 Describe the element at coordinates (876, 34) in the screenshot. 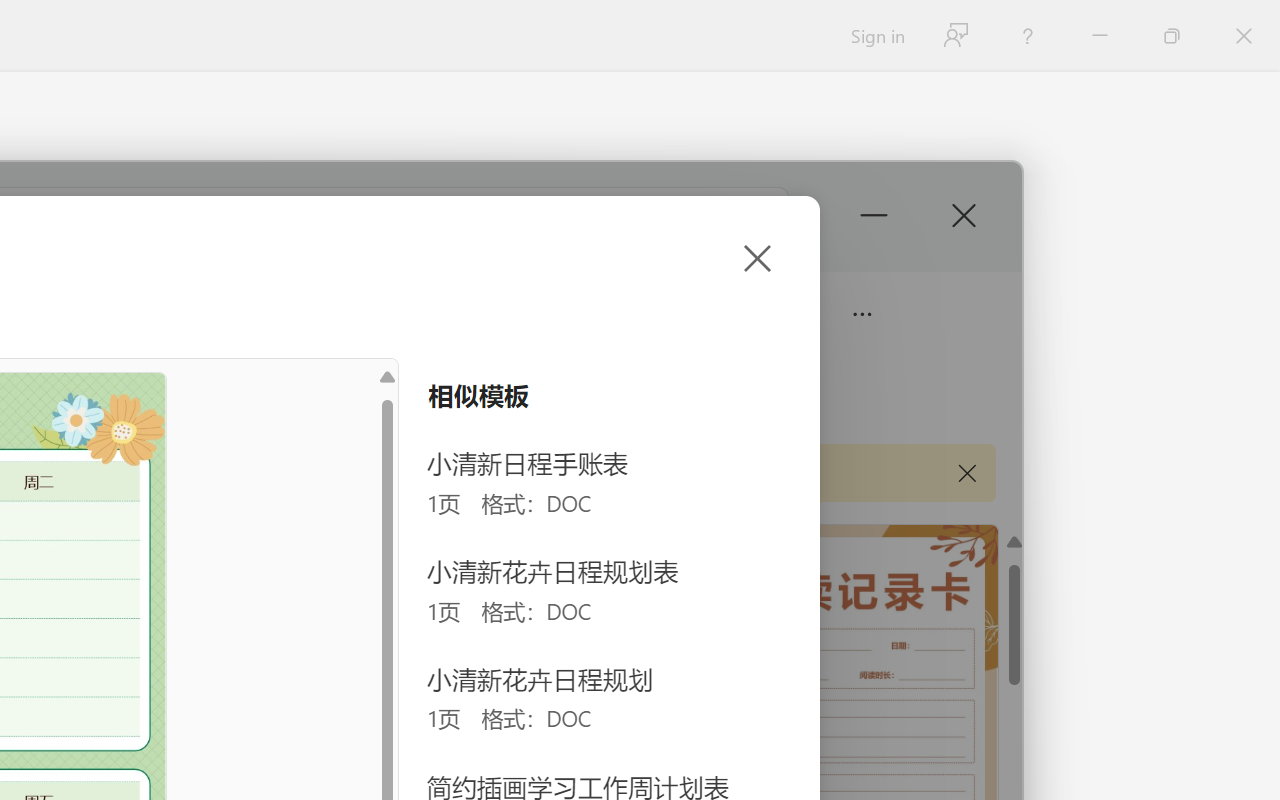

I see `'Sign in'` at that location.